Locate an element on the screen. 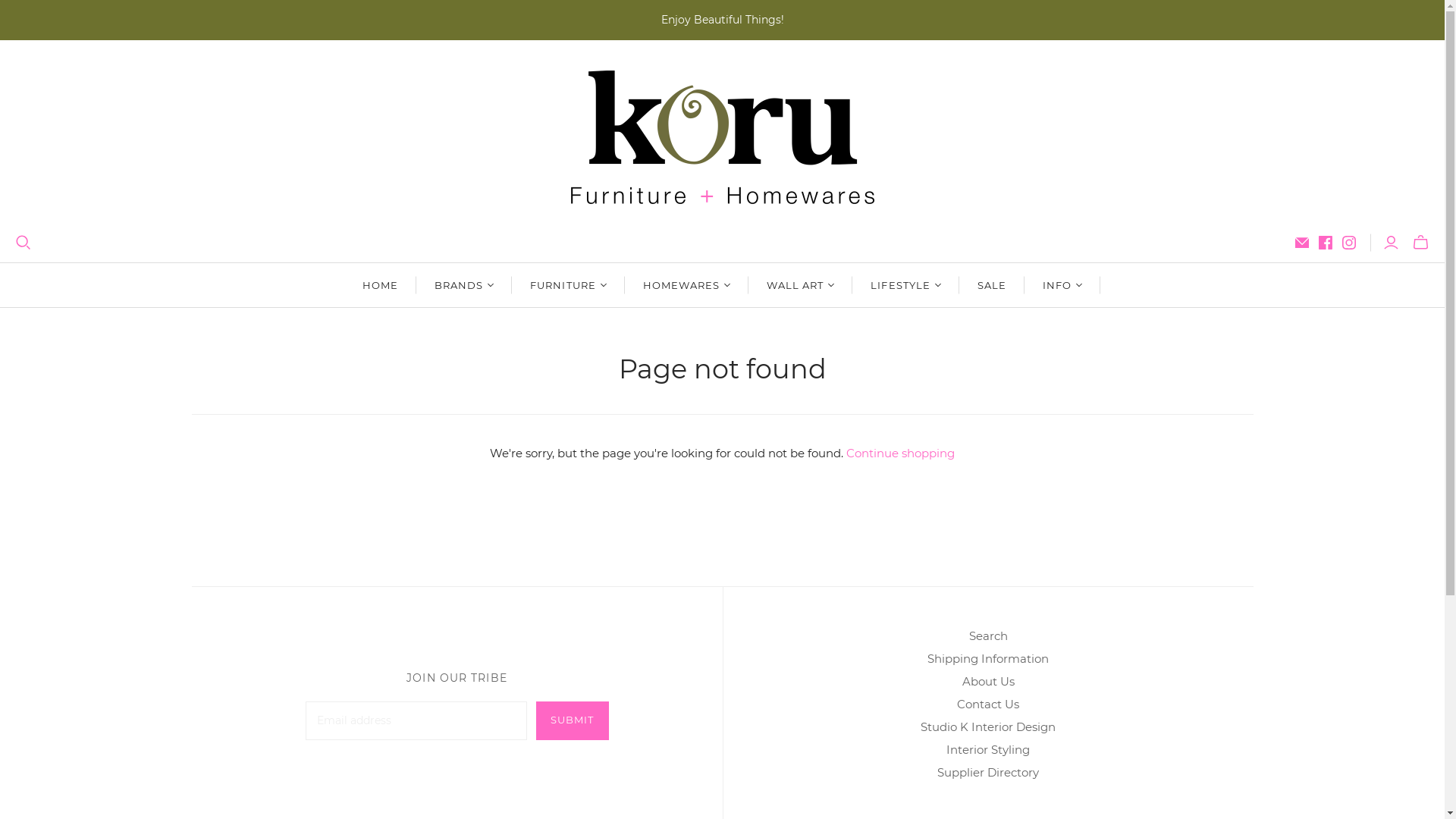 Image resolution: width=1456 pixels, height=819 pixels. 'Search' is located at coordinates (988, 635).